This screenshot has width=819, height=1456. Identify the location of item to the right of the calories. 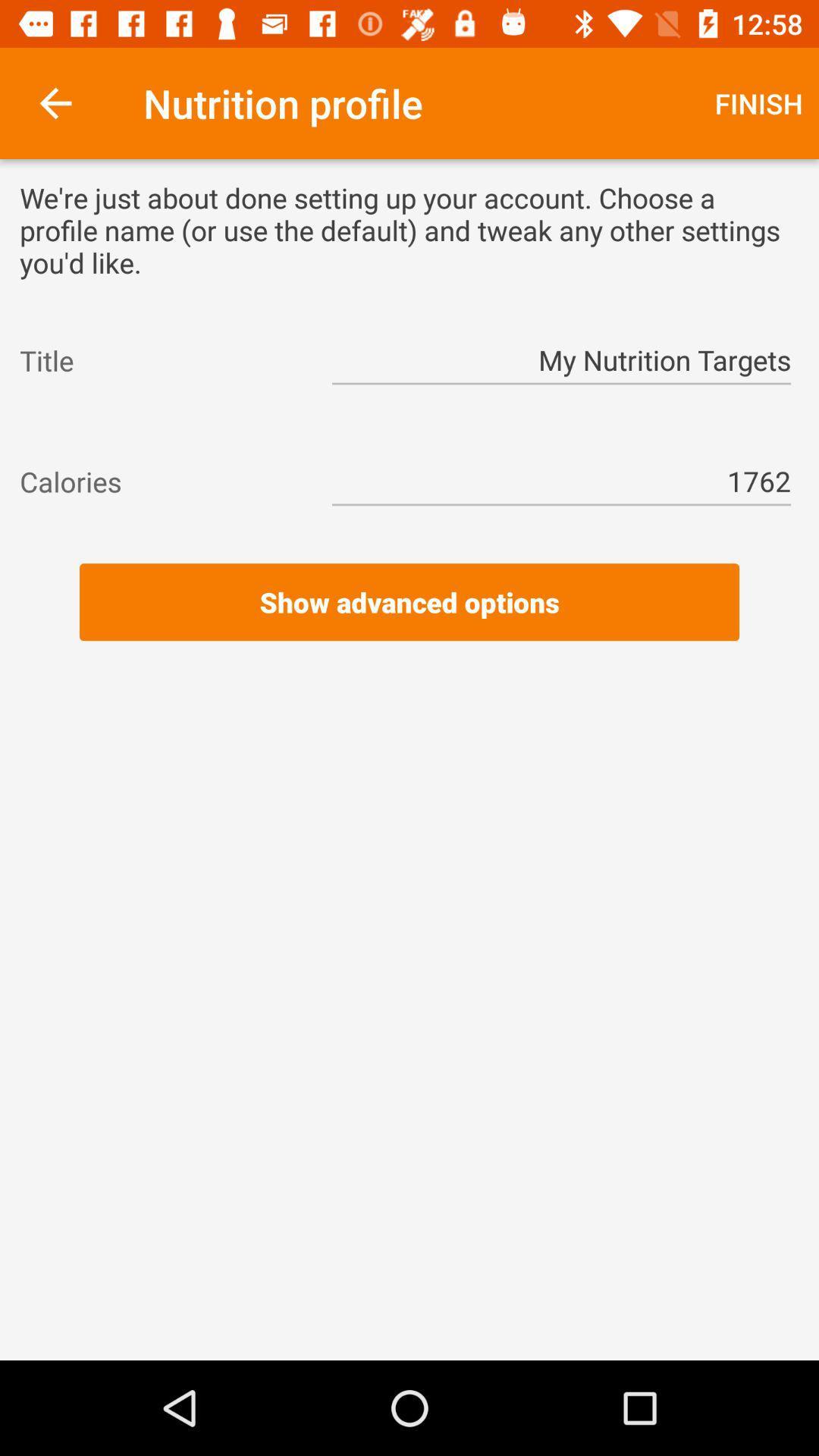
(561, 481).